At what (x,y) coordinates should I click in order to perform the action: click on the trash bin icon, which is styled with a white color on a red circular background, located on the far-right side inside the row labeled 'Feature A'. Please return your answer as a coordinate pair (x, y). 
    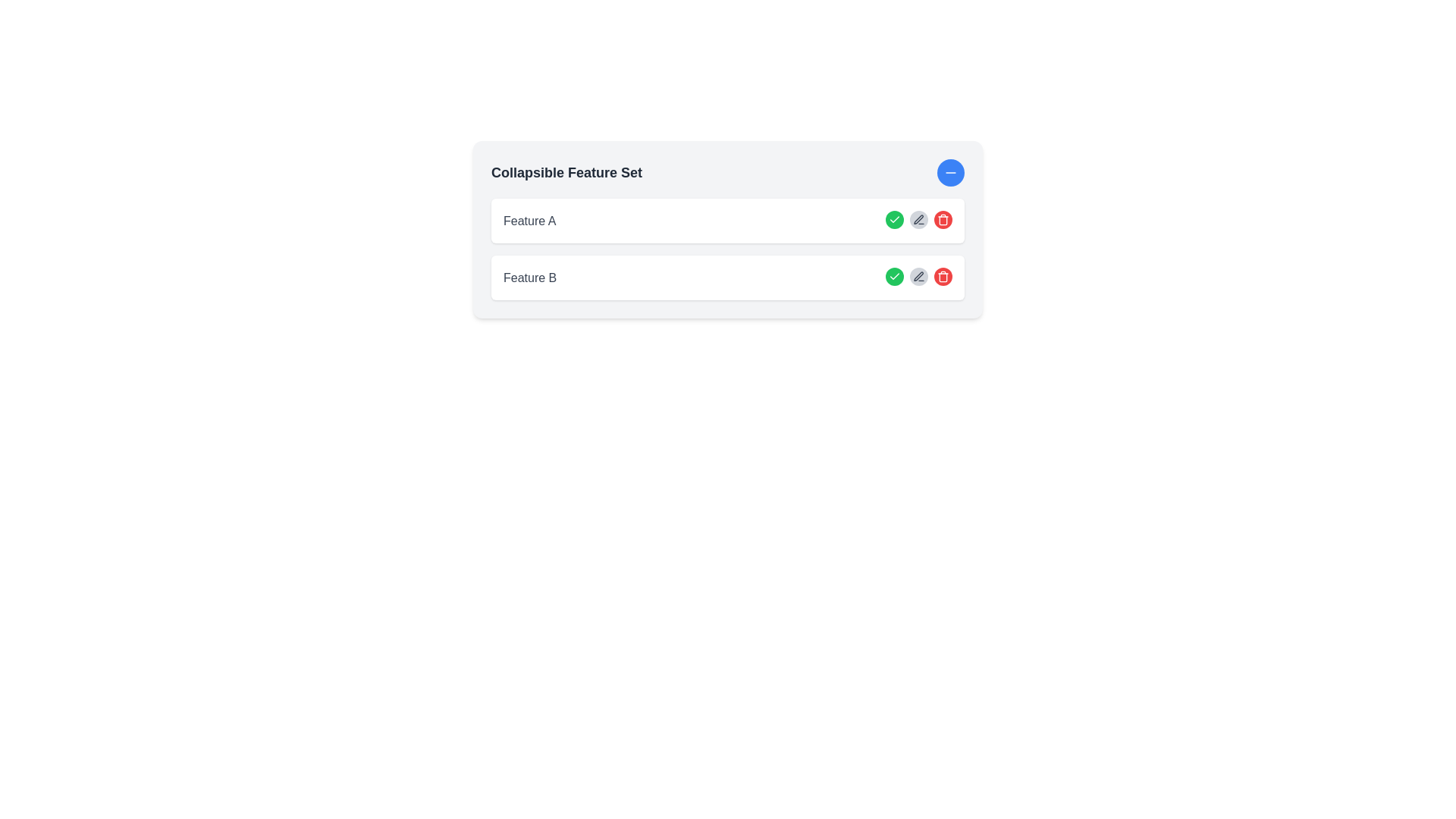
    Looking at the image, I should click on (942, 219).